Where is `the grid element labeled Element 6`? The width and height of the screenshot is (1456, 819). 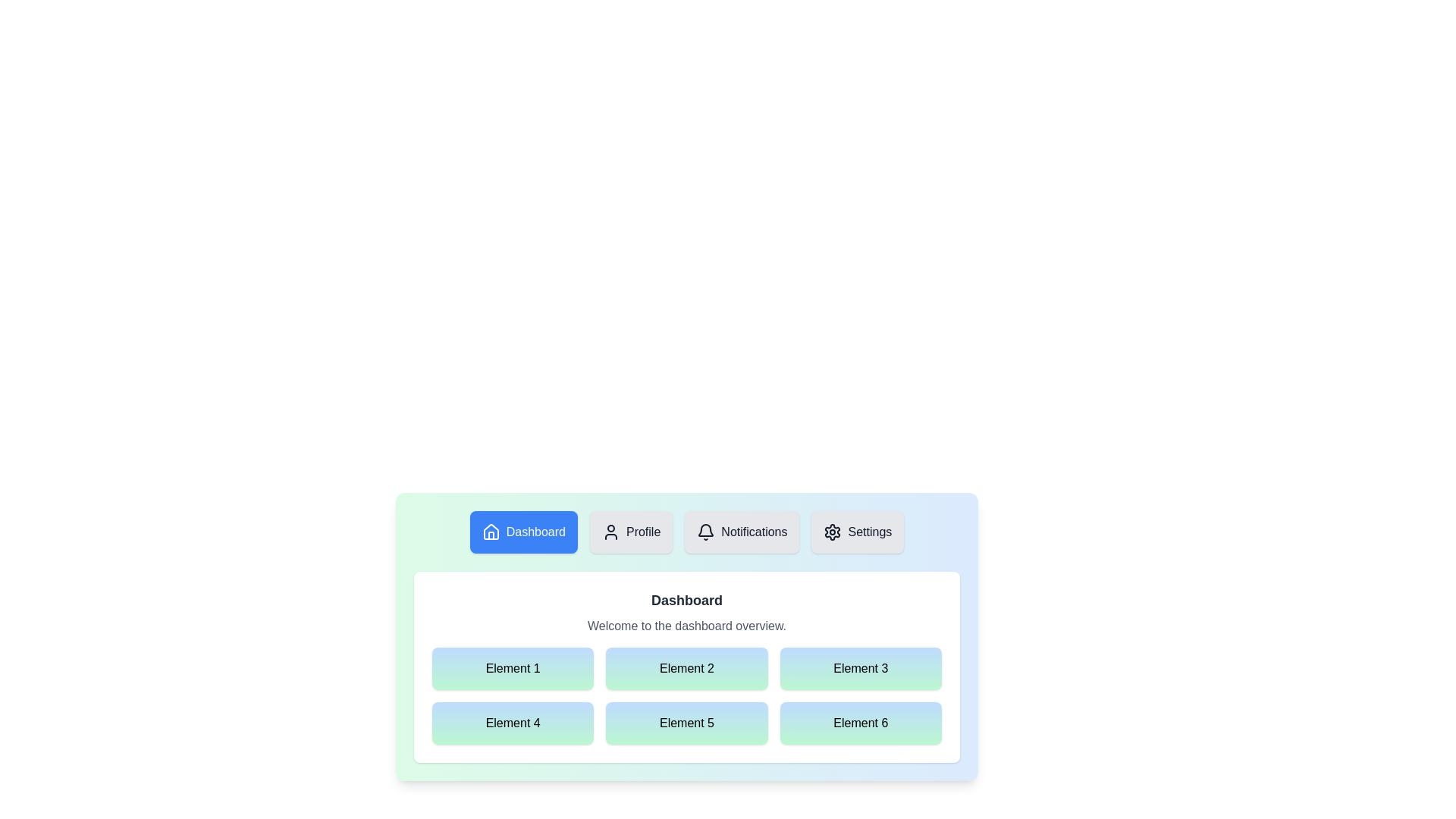
the grid element labeled Element 6 is located at coordinates (861, 722).